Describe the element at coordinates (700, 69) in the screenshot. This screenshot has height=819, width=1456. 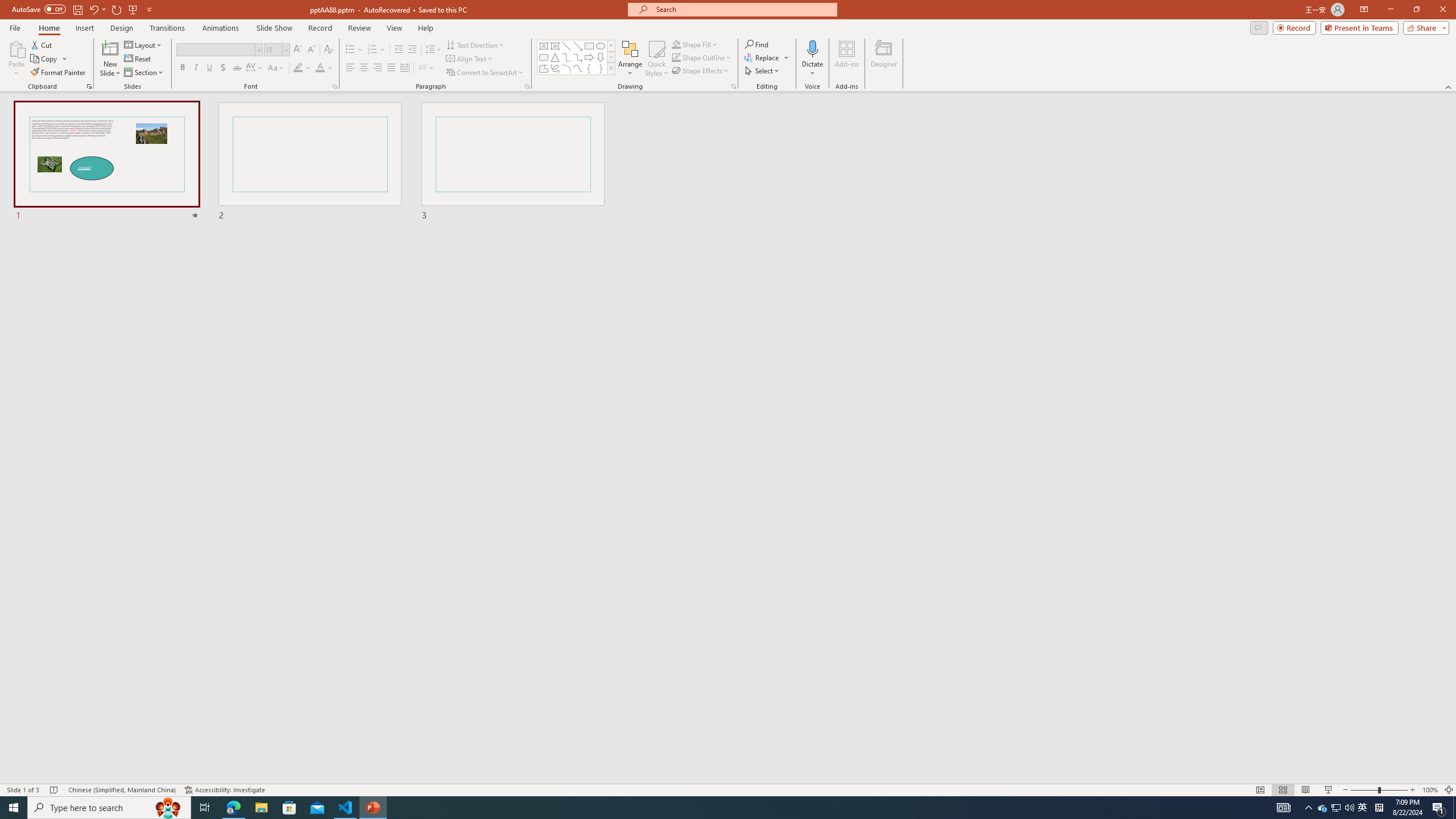
I see `'Shape Effects'` at that location.